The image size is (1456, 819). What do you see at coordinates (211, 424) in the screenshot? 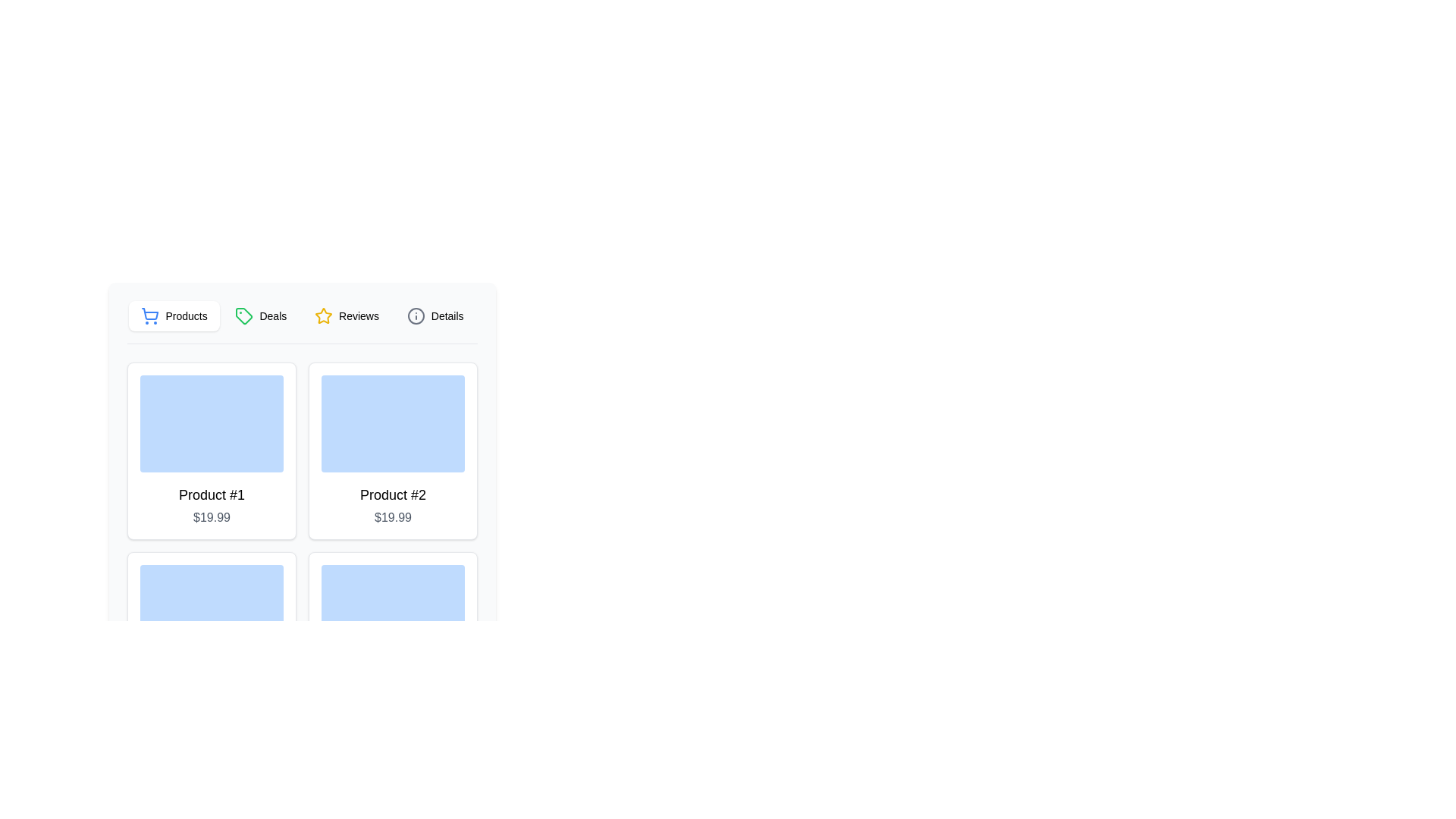
I see `the visual placeholder with a light blue background and rounded corners, located above 'Product #1' and '$19.99'` at bounding box center [211, 424].